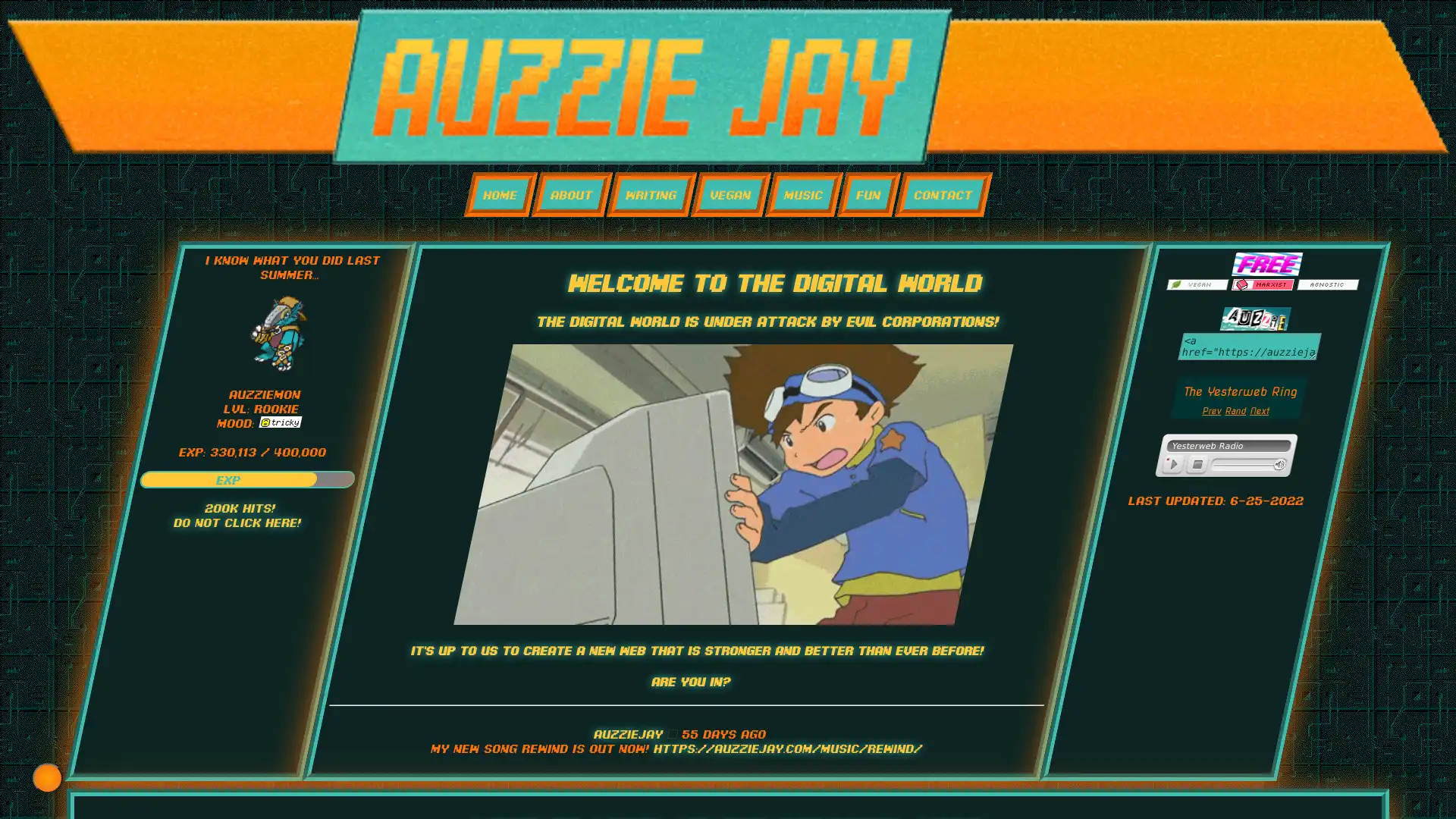  Describe the element at coordinates (730, 193) in the screenshot. I see `VEGAN` at that location.